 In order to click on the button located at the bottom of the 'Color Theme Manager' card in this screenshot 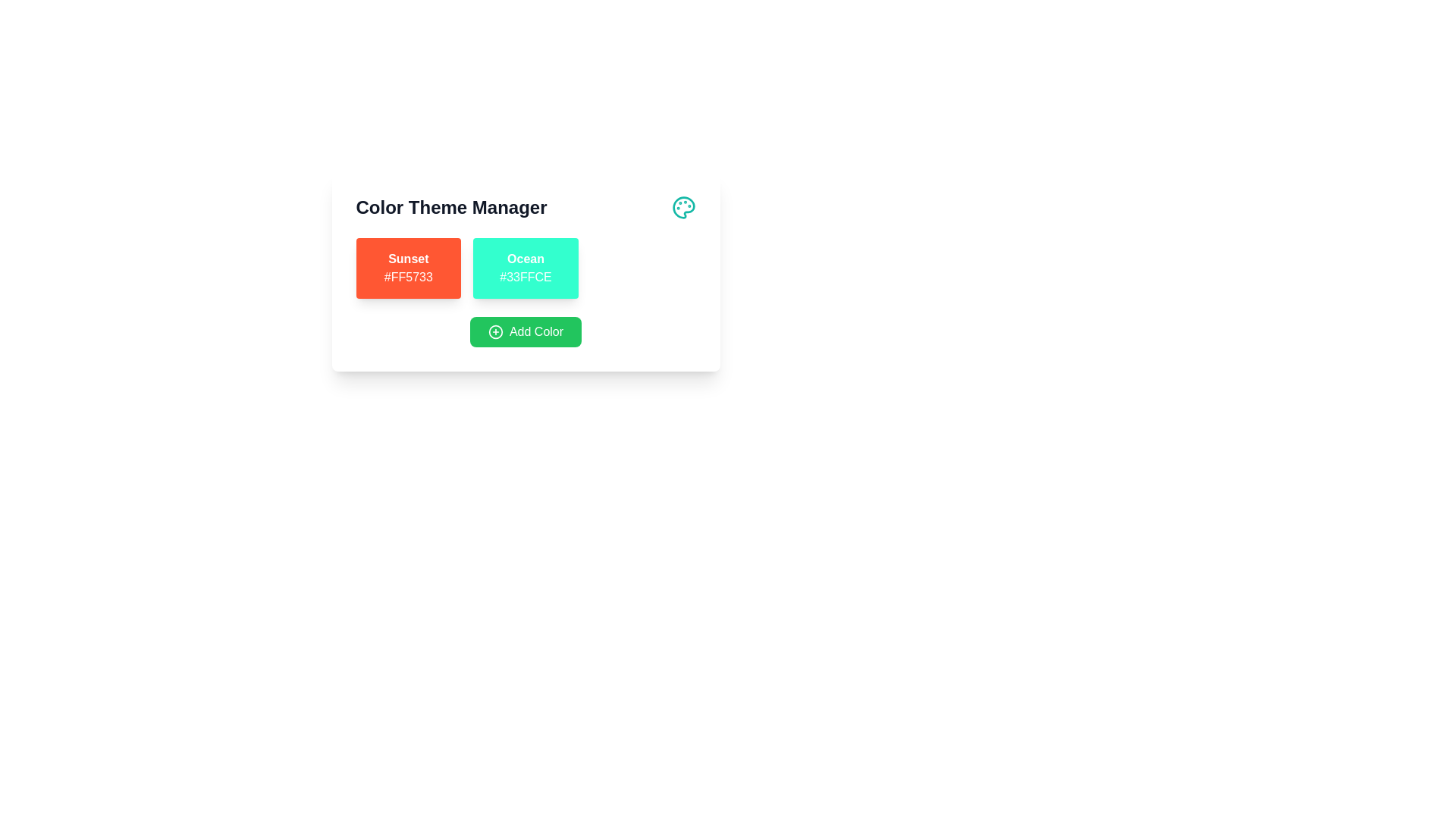, I will do `click(526, 331)`.